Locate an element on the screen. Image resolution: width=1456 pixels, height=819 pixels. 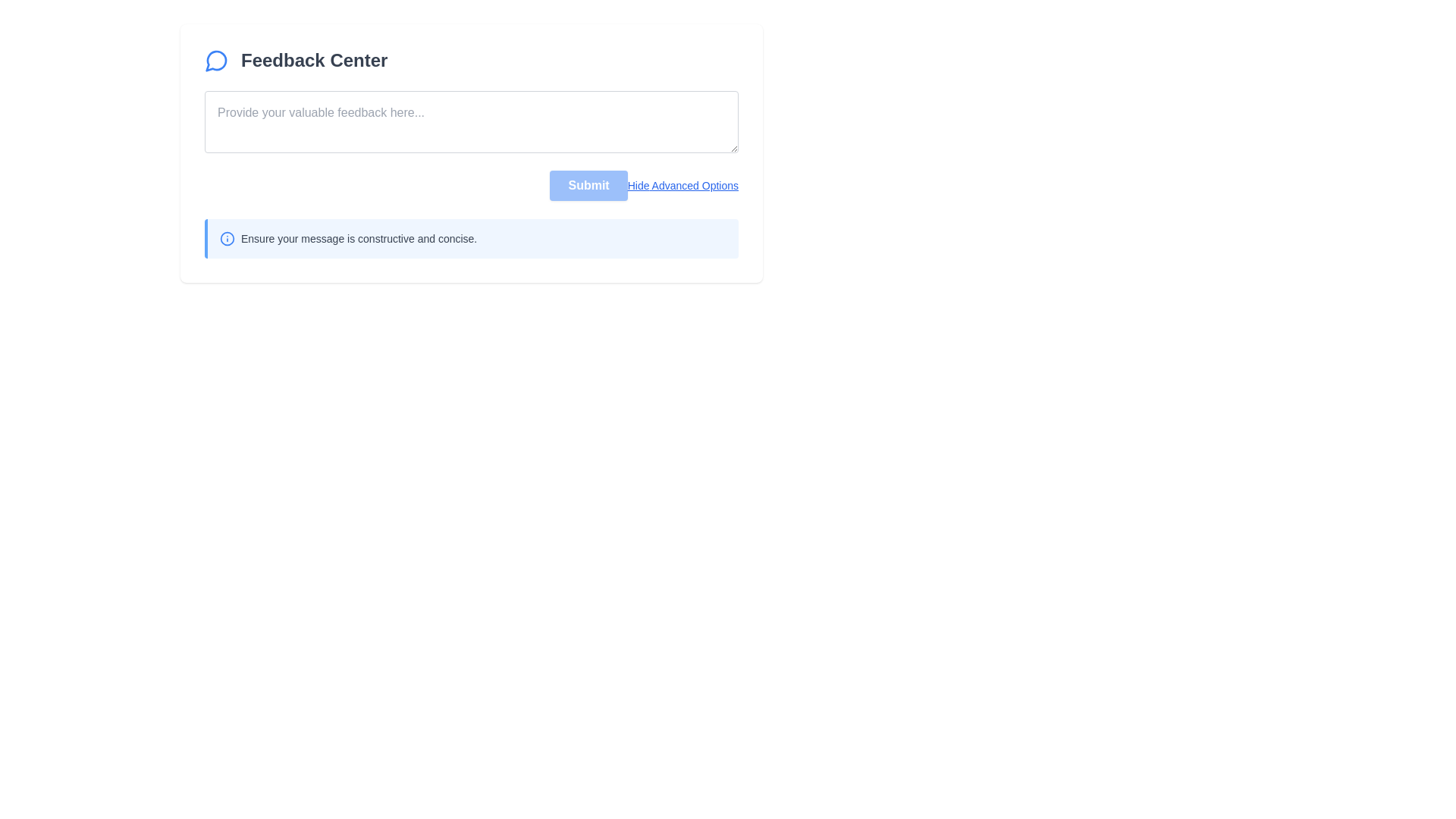
the rectangular blue 'Submit' button with rounded corners is located at coordinates (588, 185).